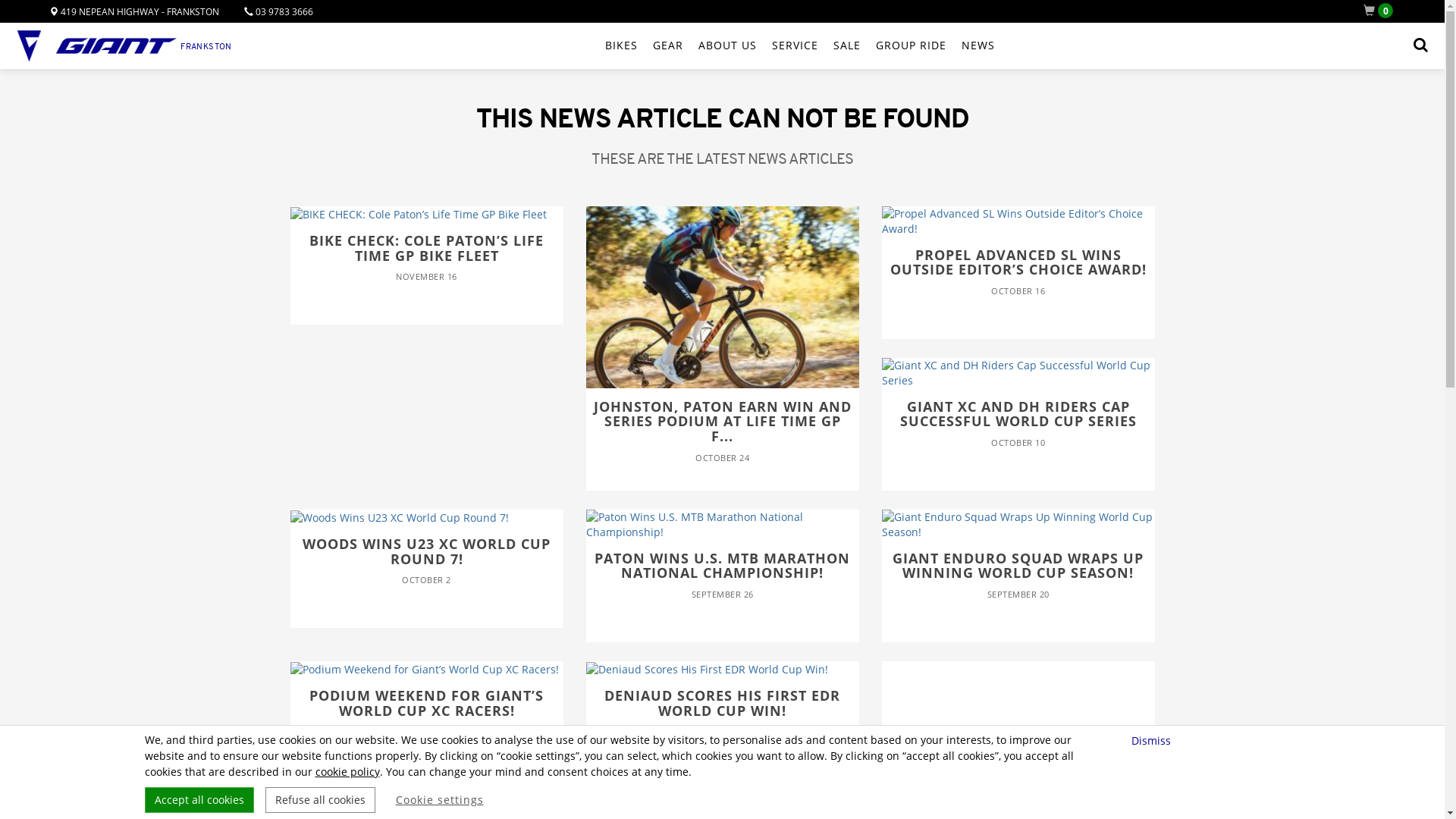 This screenshot has width=1456, height=819. Describe the element at coordinates (726, 45) in the screenshot. I see `'ABOUT US'` at that location.